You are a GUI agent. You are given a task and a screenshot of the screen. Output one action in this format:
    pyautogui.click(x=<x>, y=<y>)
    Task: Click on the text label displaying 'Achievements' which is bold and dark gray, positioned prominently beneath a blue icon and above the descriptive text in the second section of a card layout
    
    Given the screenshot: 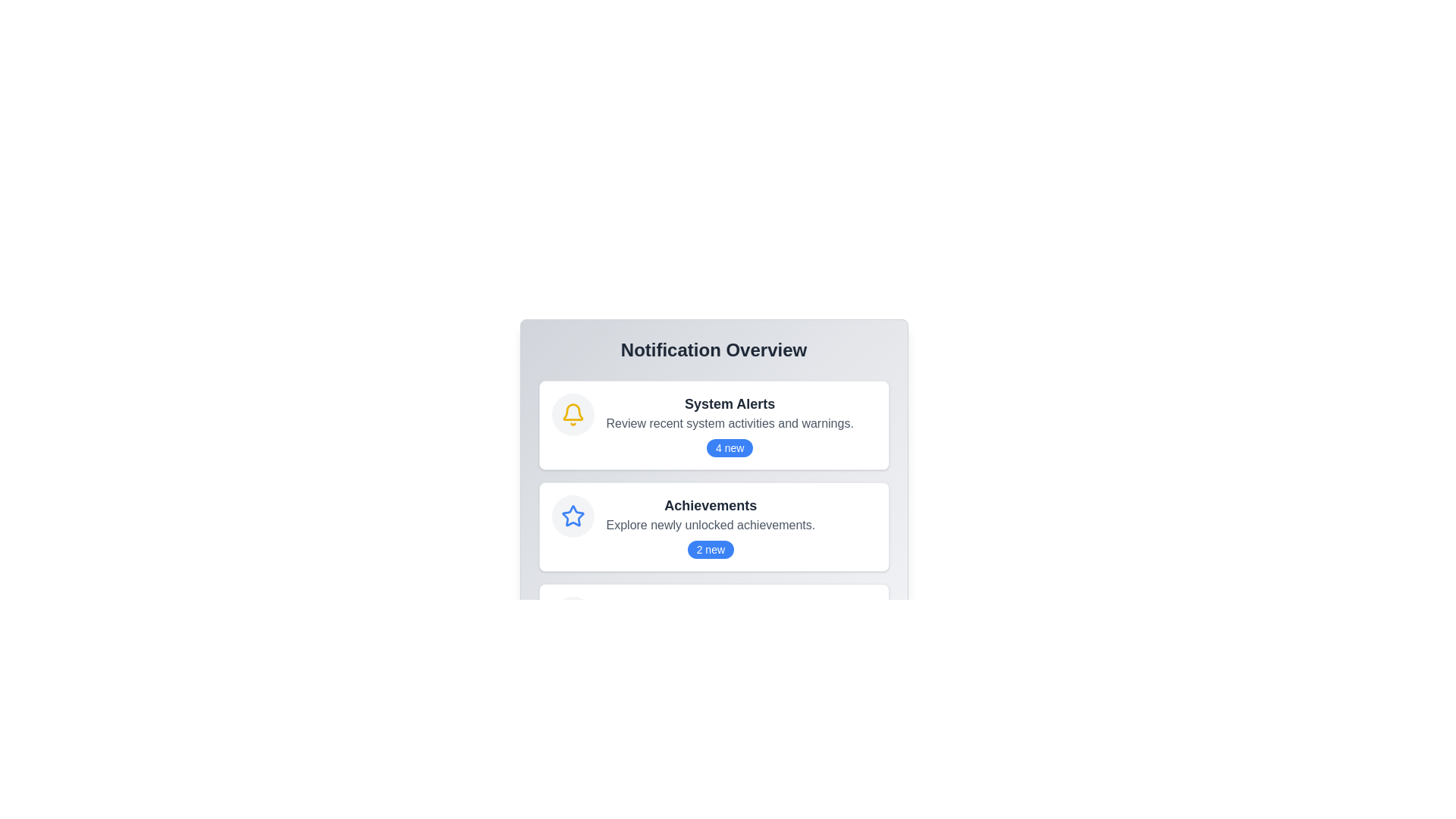 What is the action you would take?
    pyautogui.click(x=710, y=506)
    